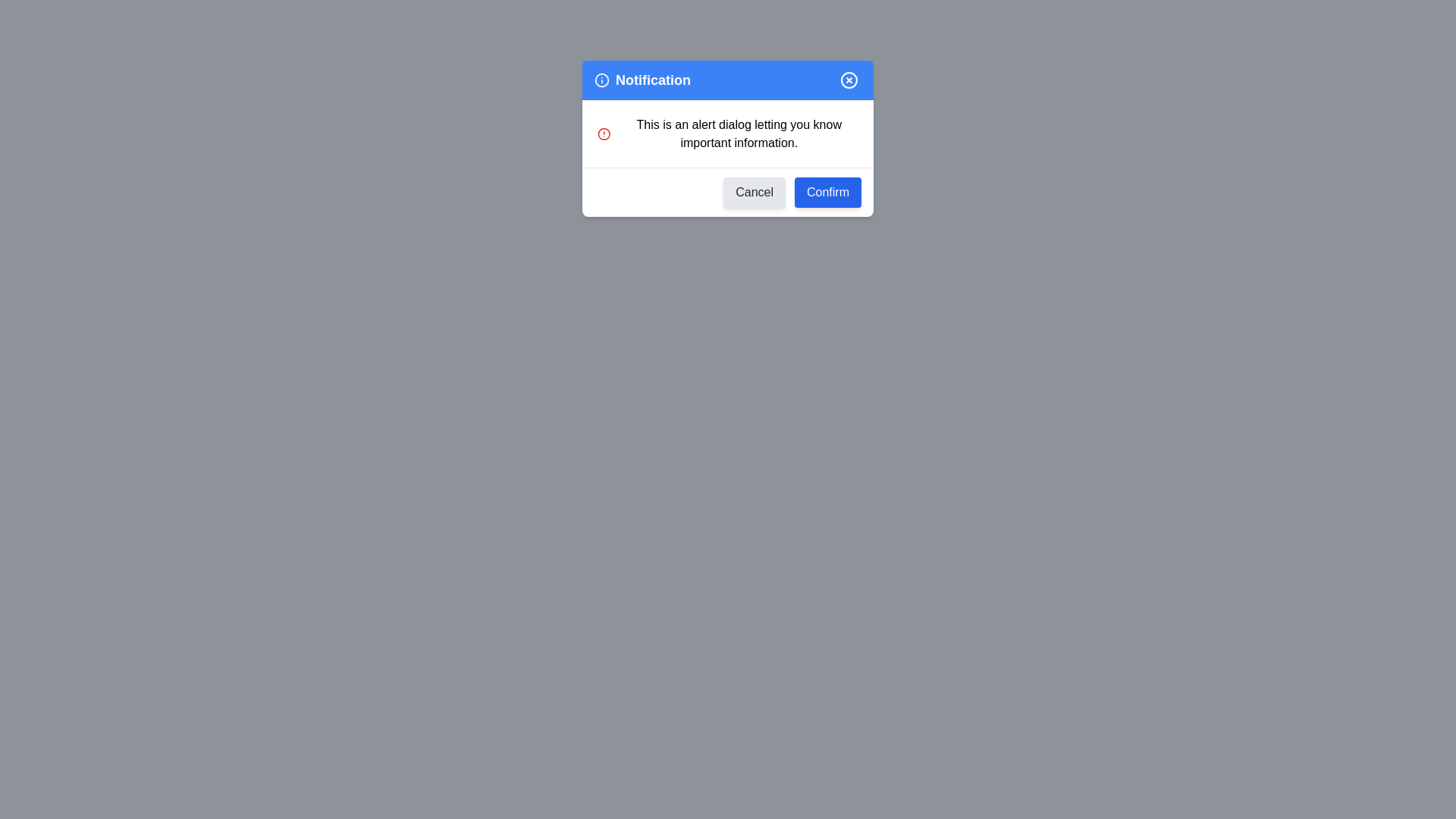  Describe the element at coordinates (827, 192) in the screenshot. I see `the confirmation action button located in the lower-right section of the dialog window` at that location.